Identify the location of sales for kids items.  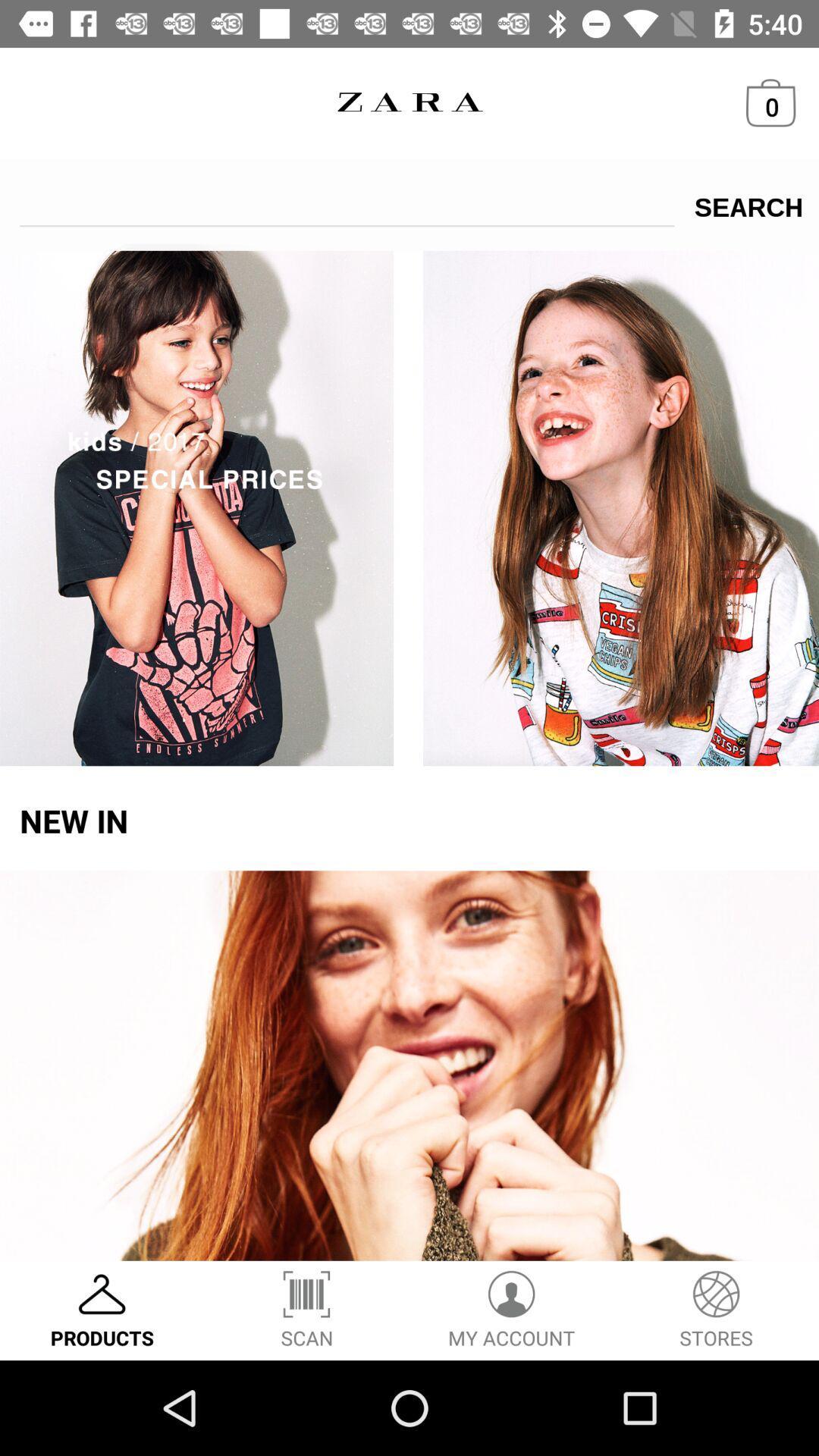
(409, 505).